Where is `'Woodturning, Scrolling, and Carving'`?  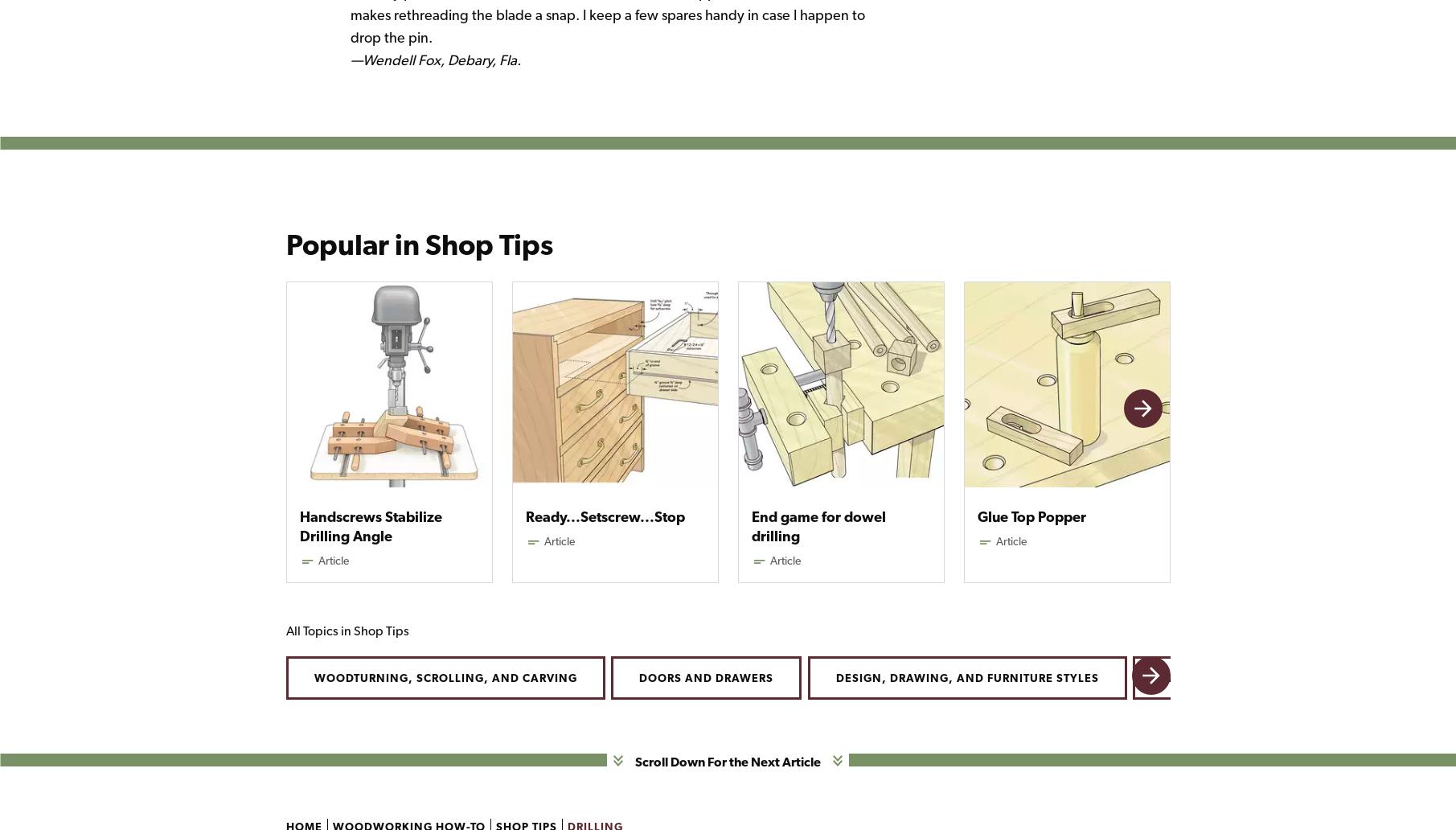
'Woodturning, Scrolling, and Carving' is located at coordinates (444, 677).